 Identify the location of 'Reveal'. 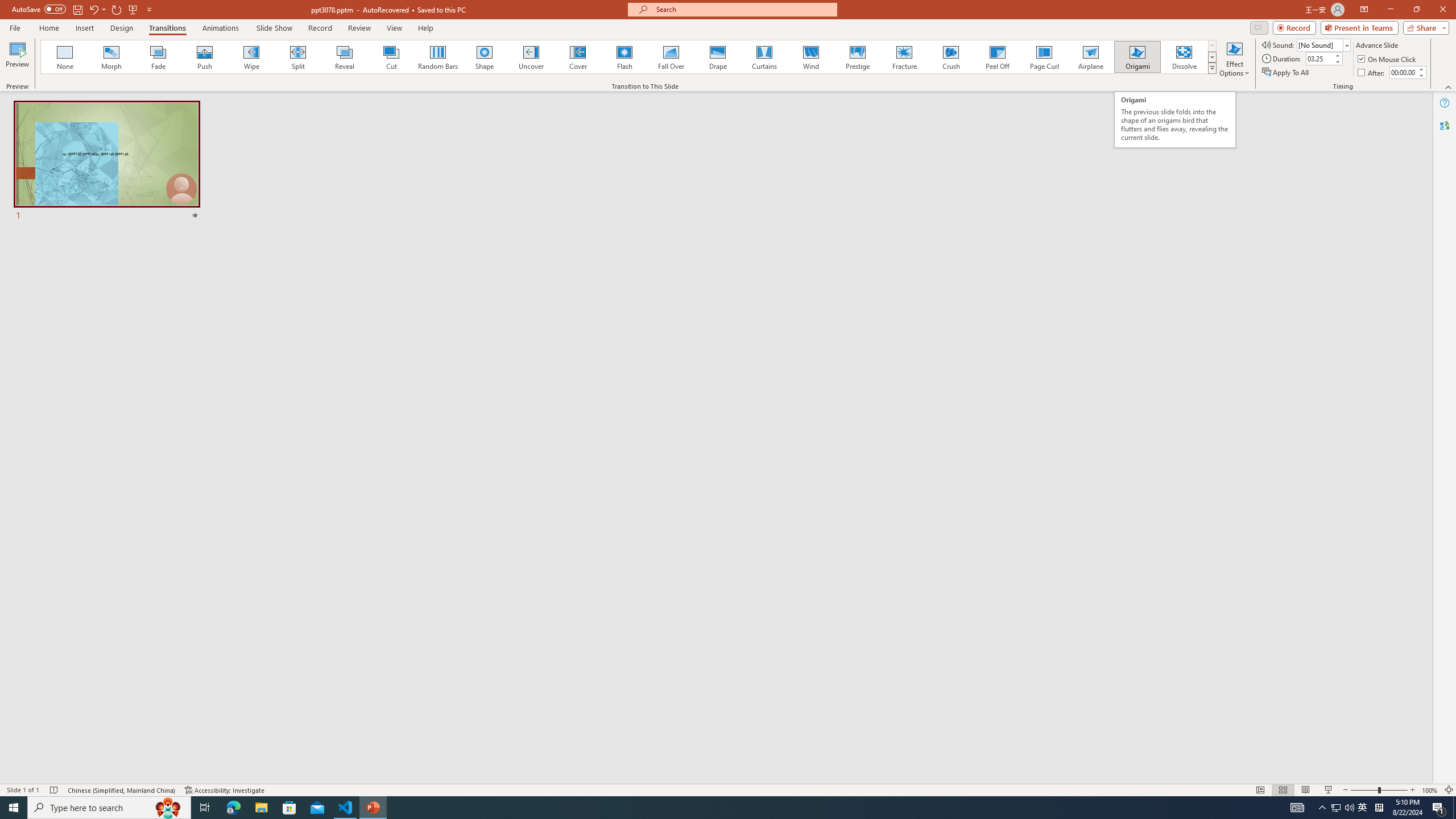
(345, 56).